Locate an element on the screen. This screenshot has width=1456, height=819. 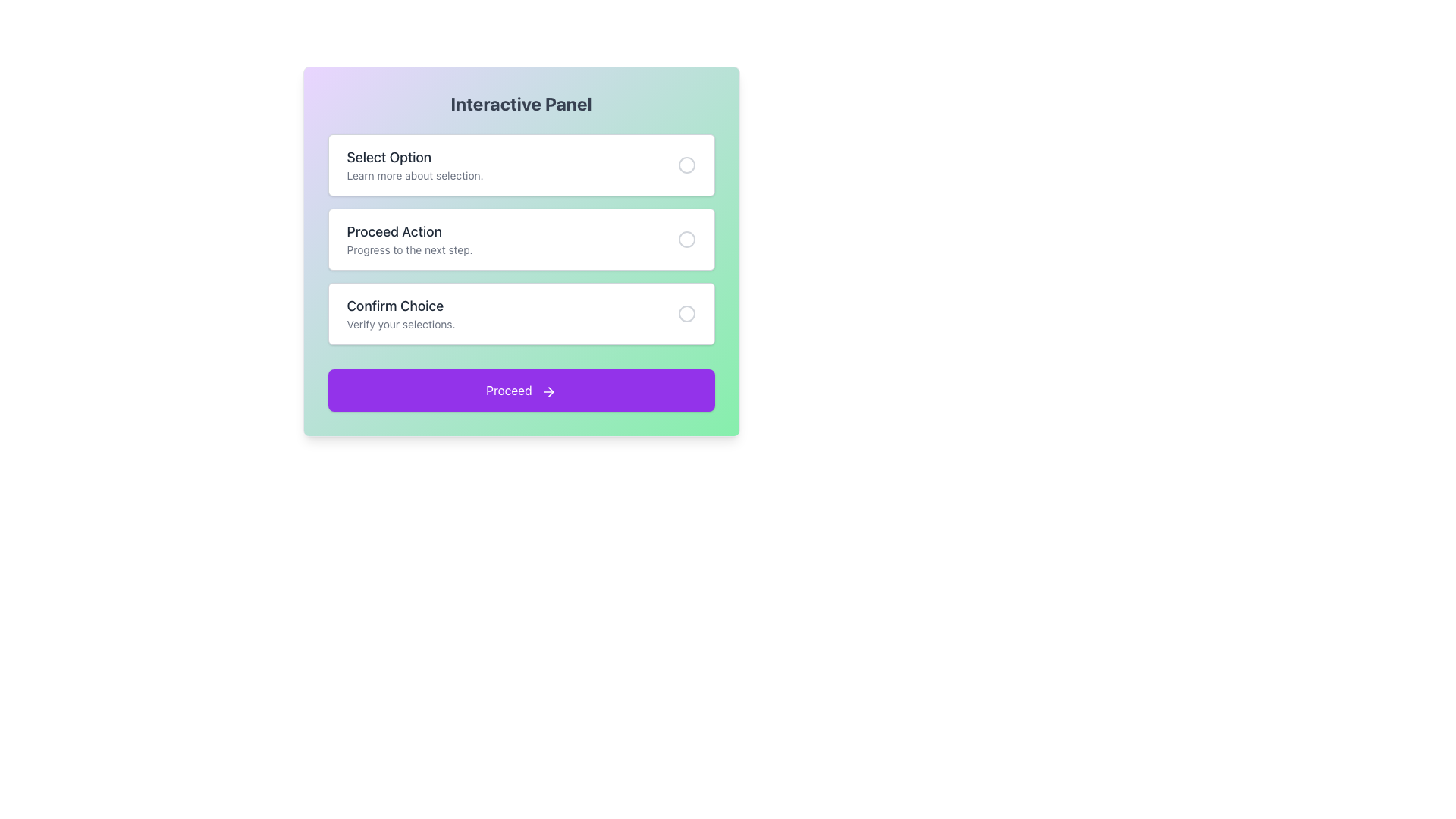
the interactive list item labeled 'Select Option' is located at coordinates (521, 165).